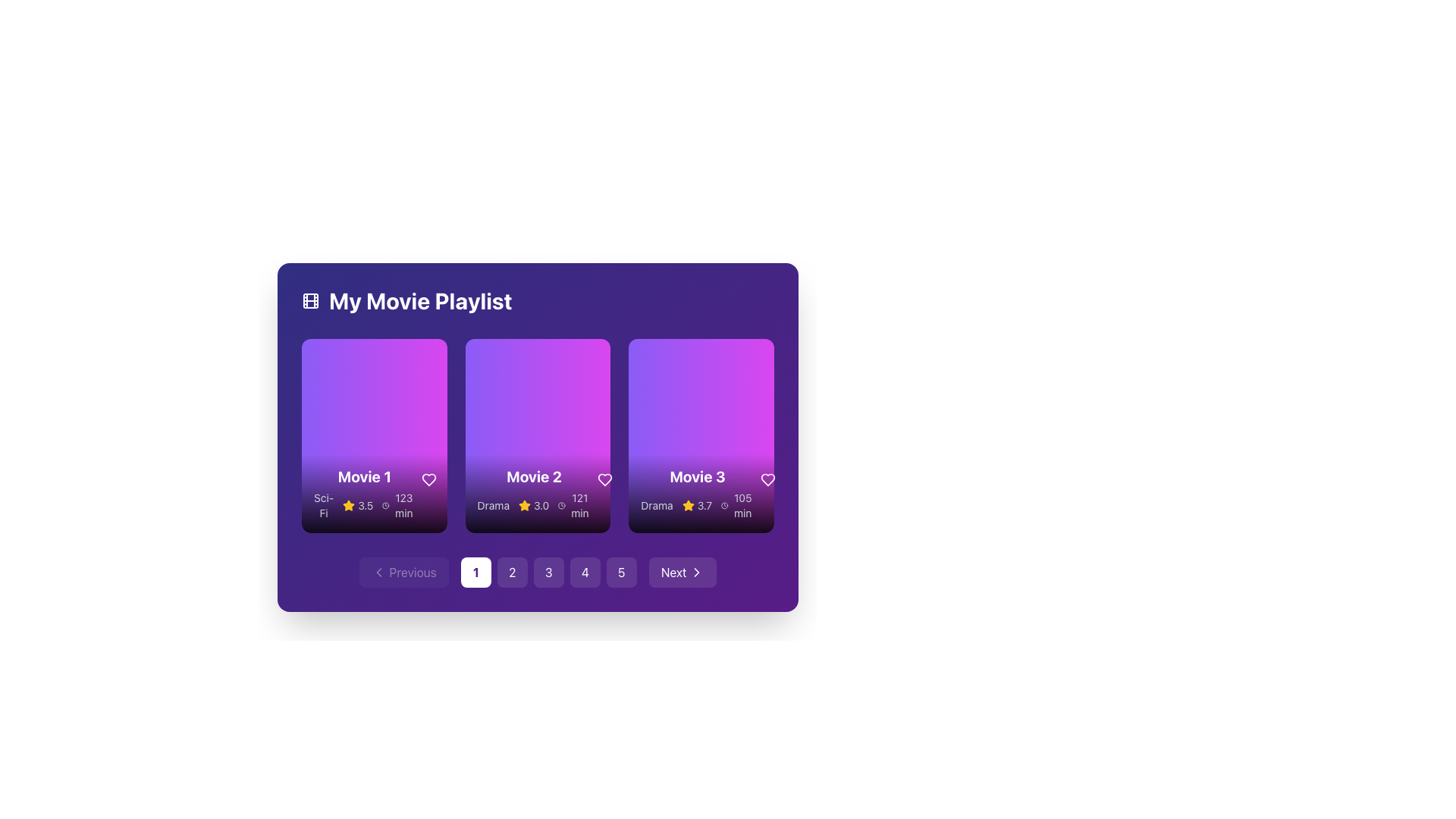 The image size is (1456, 819). What do you see at coordinates (534, 506) in the screenshot?
I see `the text component displaying the rating value '3.0' next to the star icon in the second card labeled 'Movie 2'` at bounding box center [534, 506].